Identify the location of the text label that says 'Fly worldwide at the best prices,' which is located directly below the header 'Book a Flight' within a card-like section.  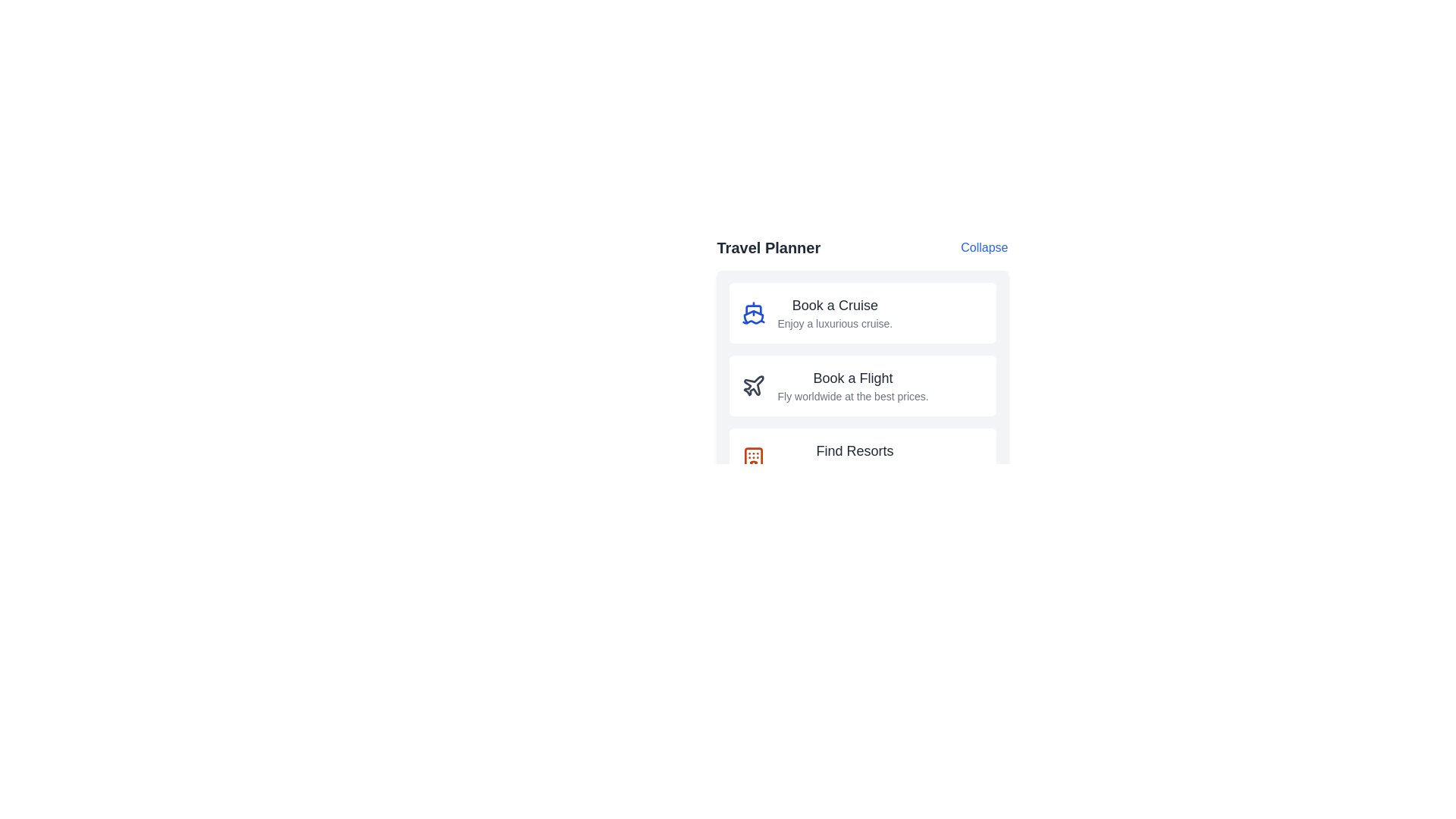
(853, 396).